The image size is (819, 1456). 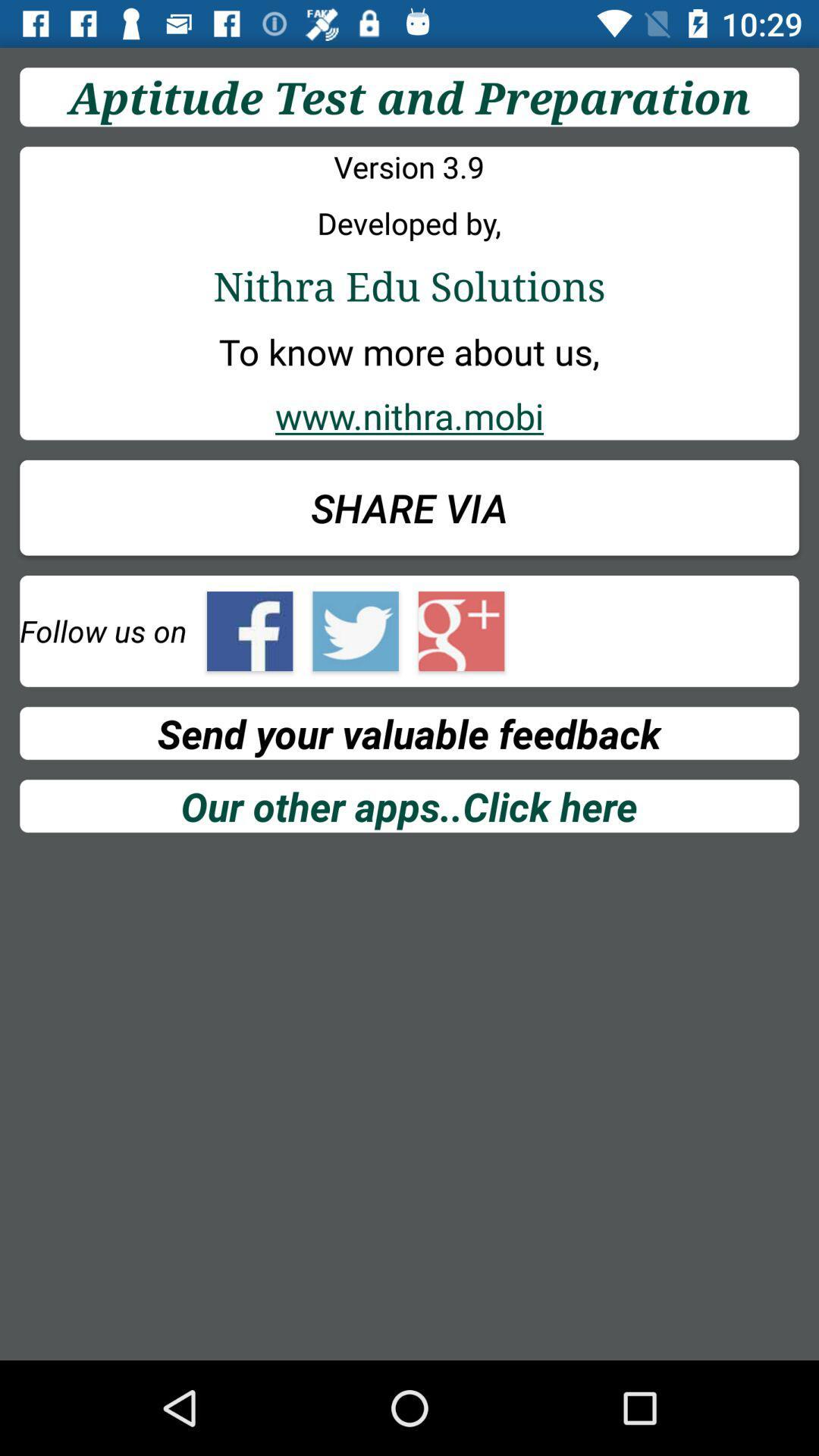 What do you see at coordinates (356, 631) in the screenshot?
I see `orange box flashing on tweeter sign` at bounding box center [356, 631].